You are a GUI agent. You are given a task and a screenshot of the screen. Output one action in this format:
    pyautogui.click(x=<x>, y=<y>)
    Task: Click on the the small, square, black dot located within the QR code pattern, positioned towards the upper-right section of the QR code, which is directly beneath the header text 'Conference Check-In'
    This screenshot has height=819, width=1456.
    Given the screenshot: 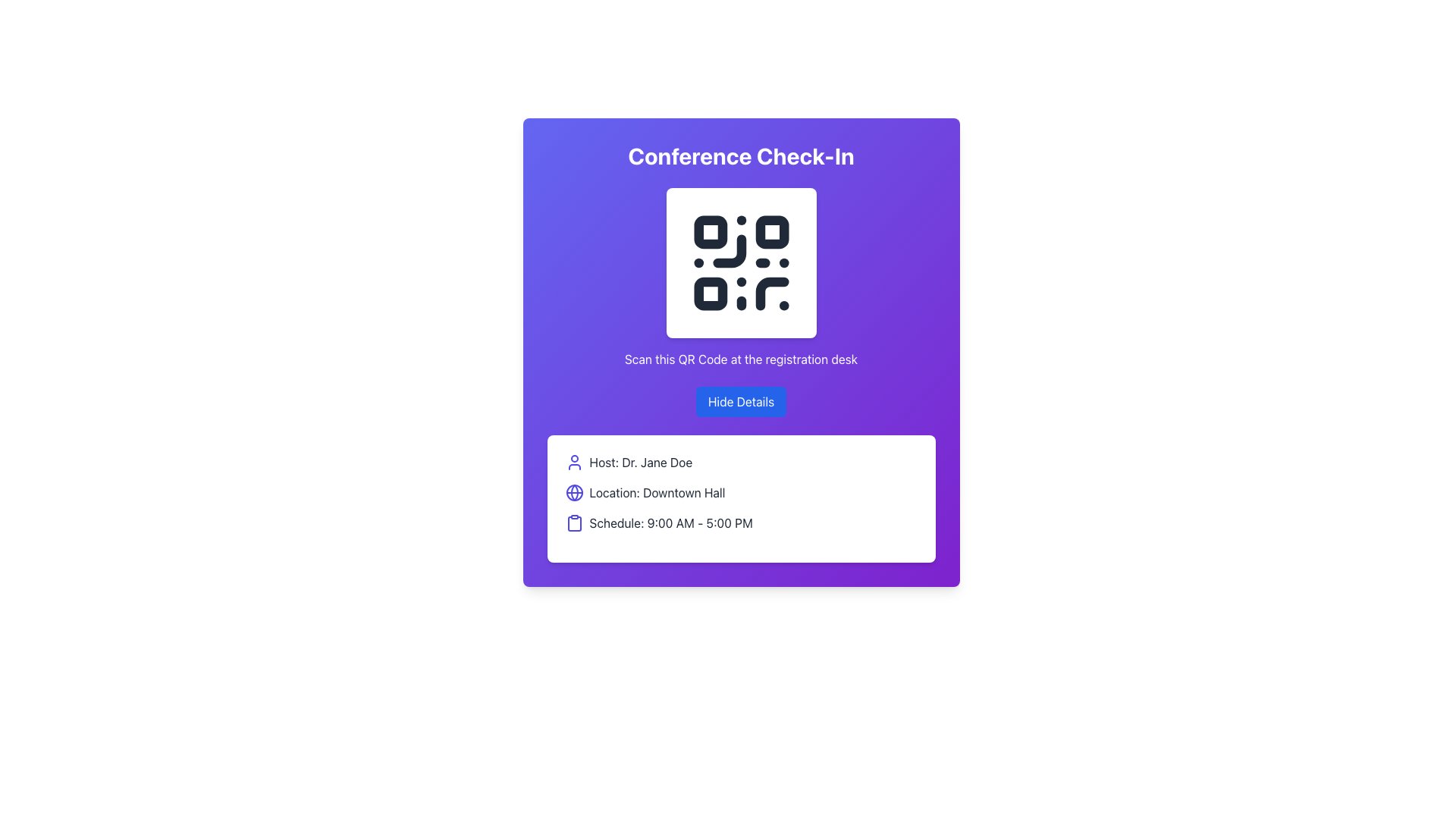 What is the action you would take?
    pyautogui.click(x=772, y=232)
    